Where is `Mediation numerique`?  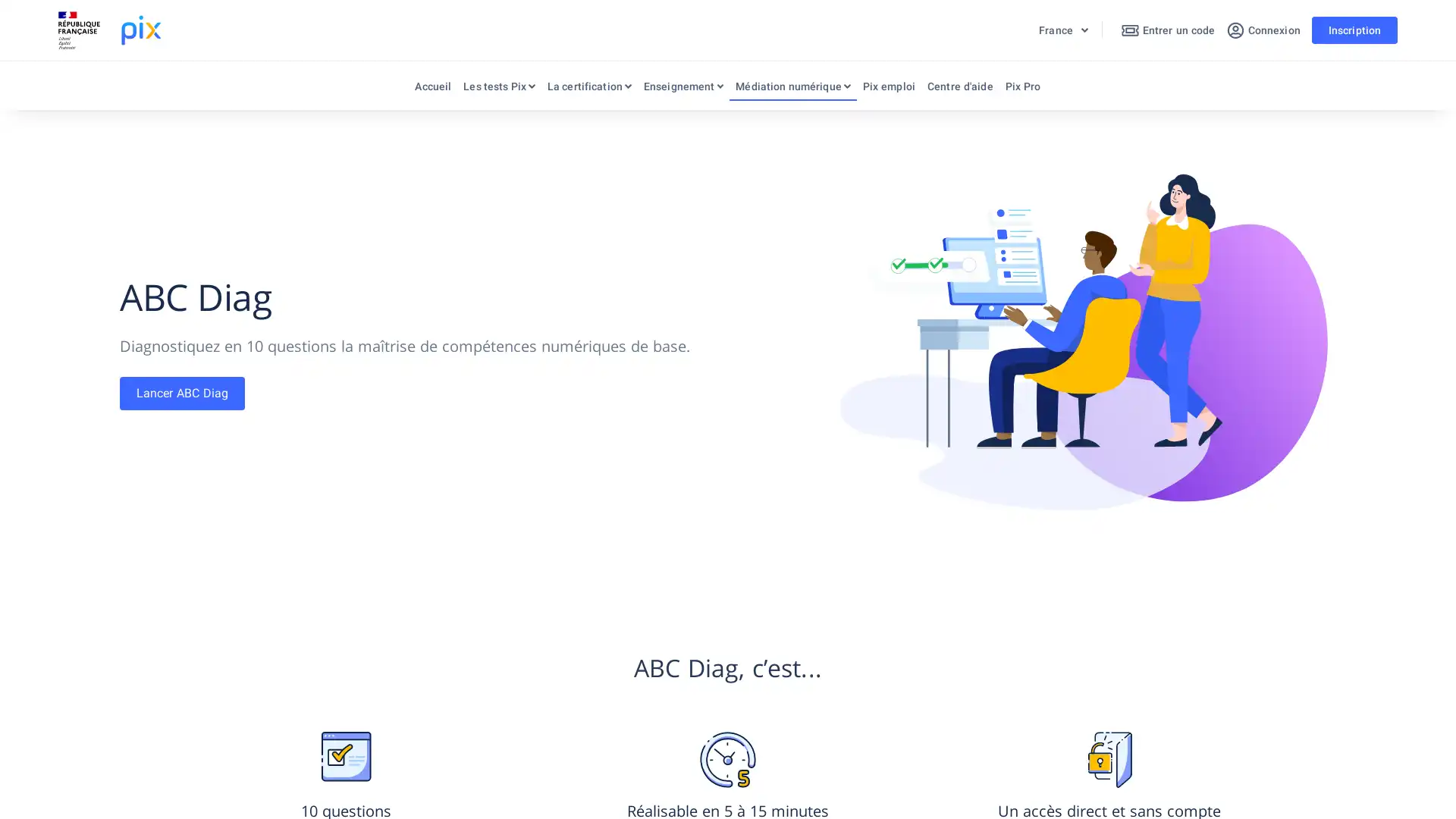 Mediation numerique is located at coordinates (792, 89).